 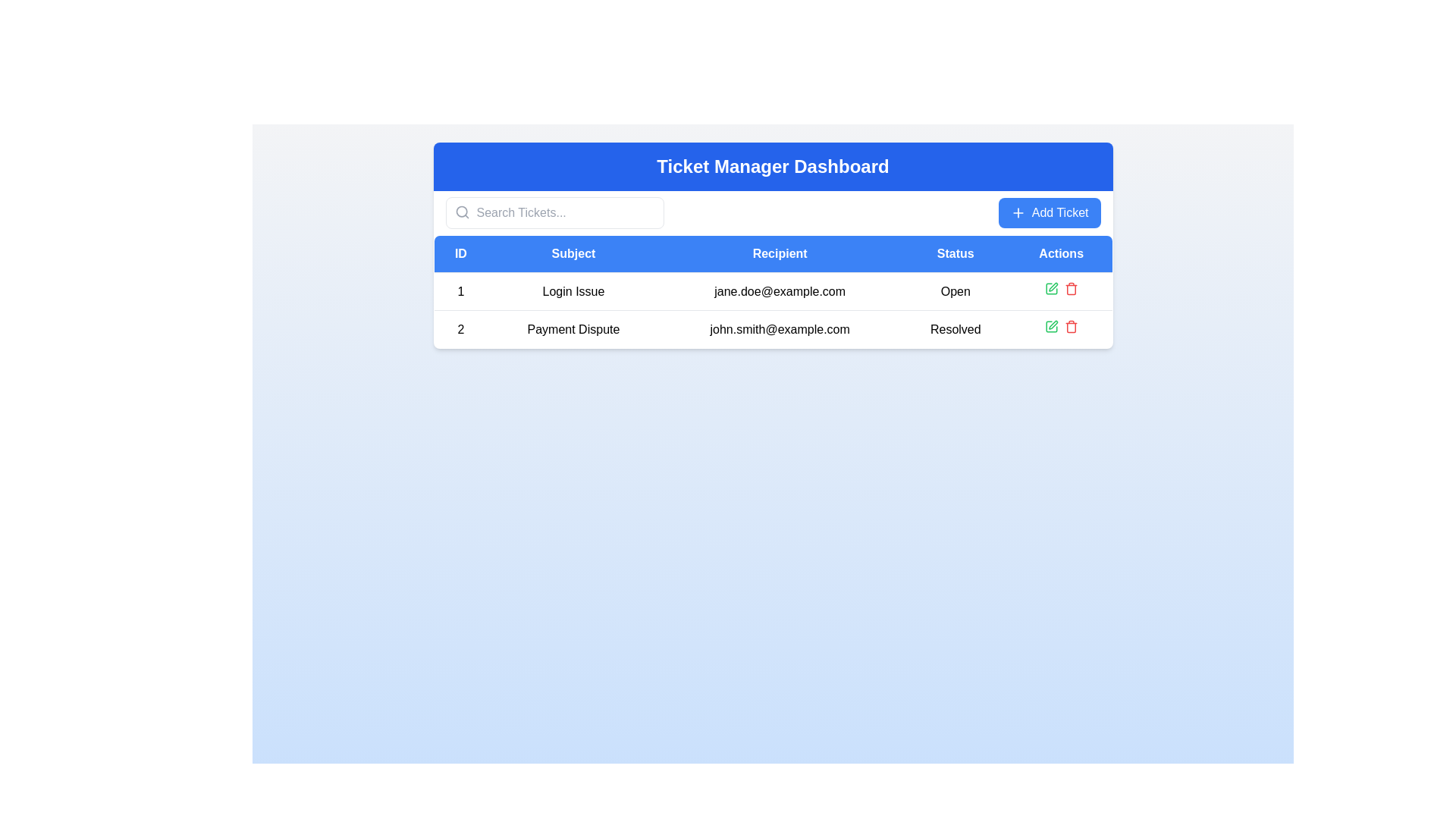 I want to click on the static text label '1' in the first cell of the 'ID' column within the table, located near the upper section of the page under the title and search bar, so click(x=460, y=291).